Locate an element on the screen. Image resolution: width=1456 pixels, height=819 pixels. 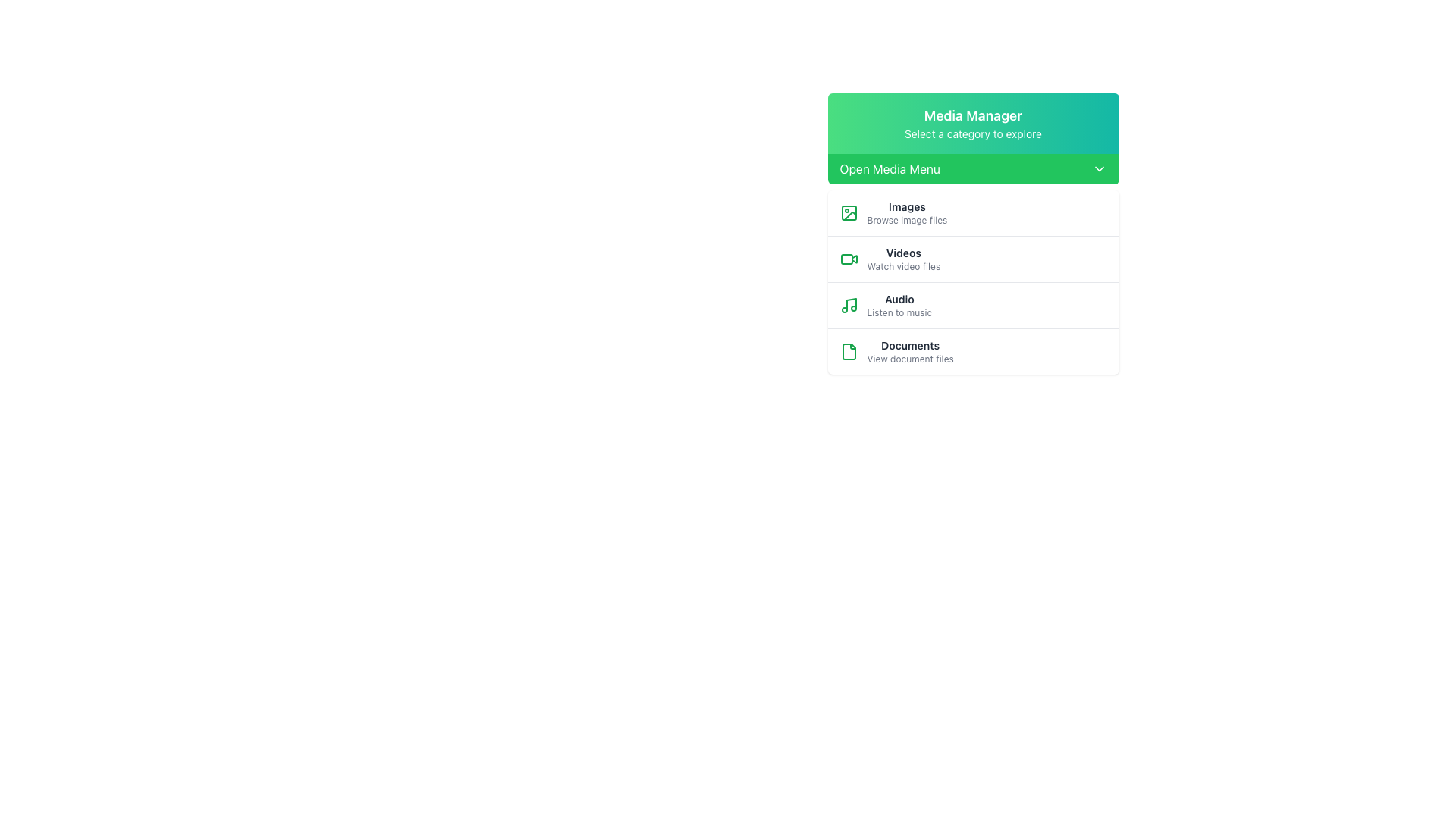
the text label that says 'Select a category is located at coordinates (973, 133).